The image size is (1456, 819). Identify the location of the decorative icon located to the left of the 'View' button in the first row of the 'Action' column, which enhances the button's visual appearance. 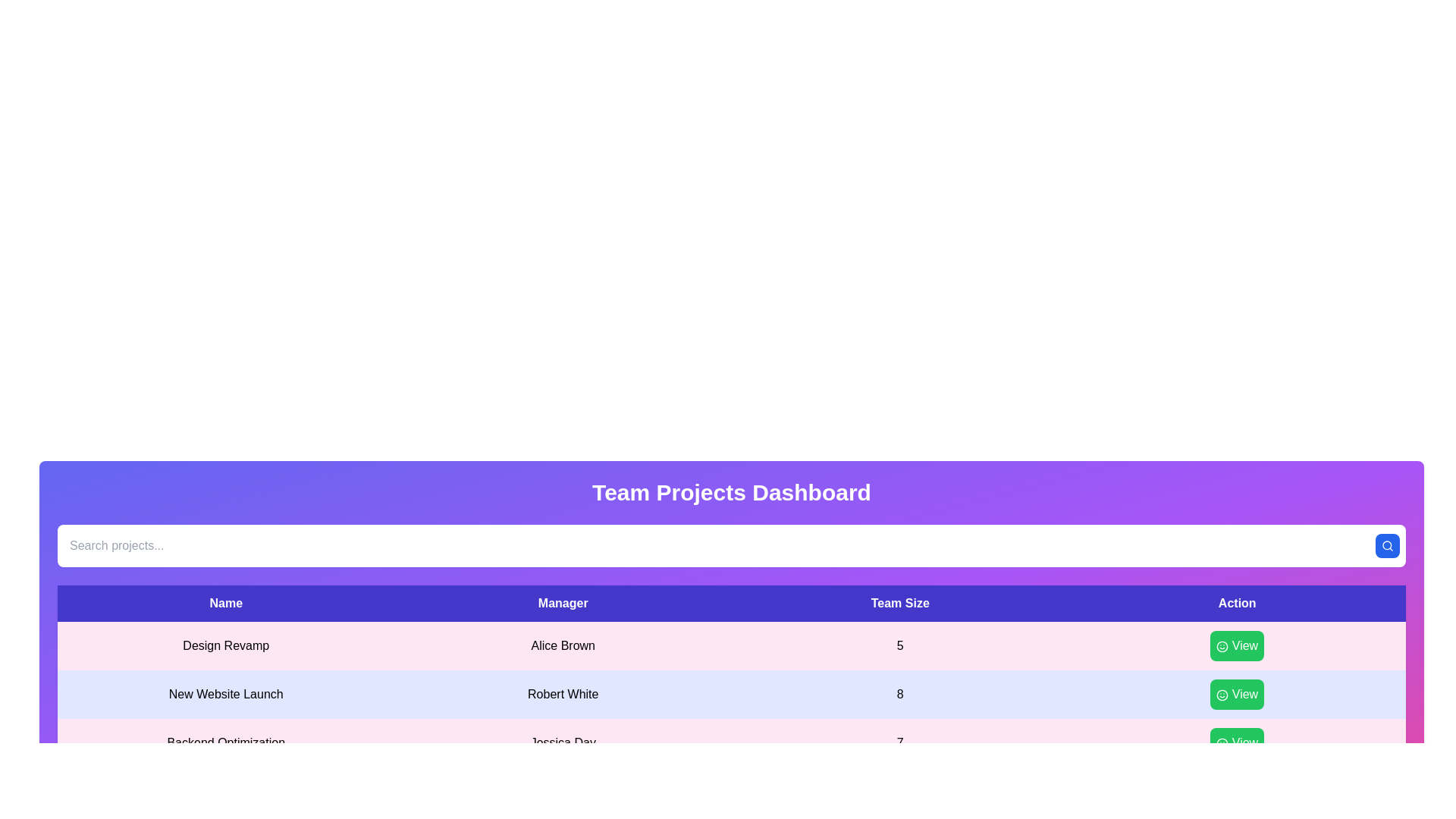
(1222, 646).